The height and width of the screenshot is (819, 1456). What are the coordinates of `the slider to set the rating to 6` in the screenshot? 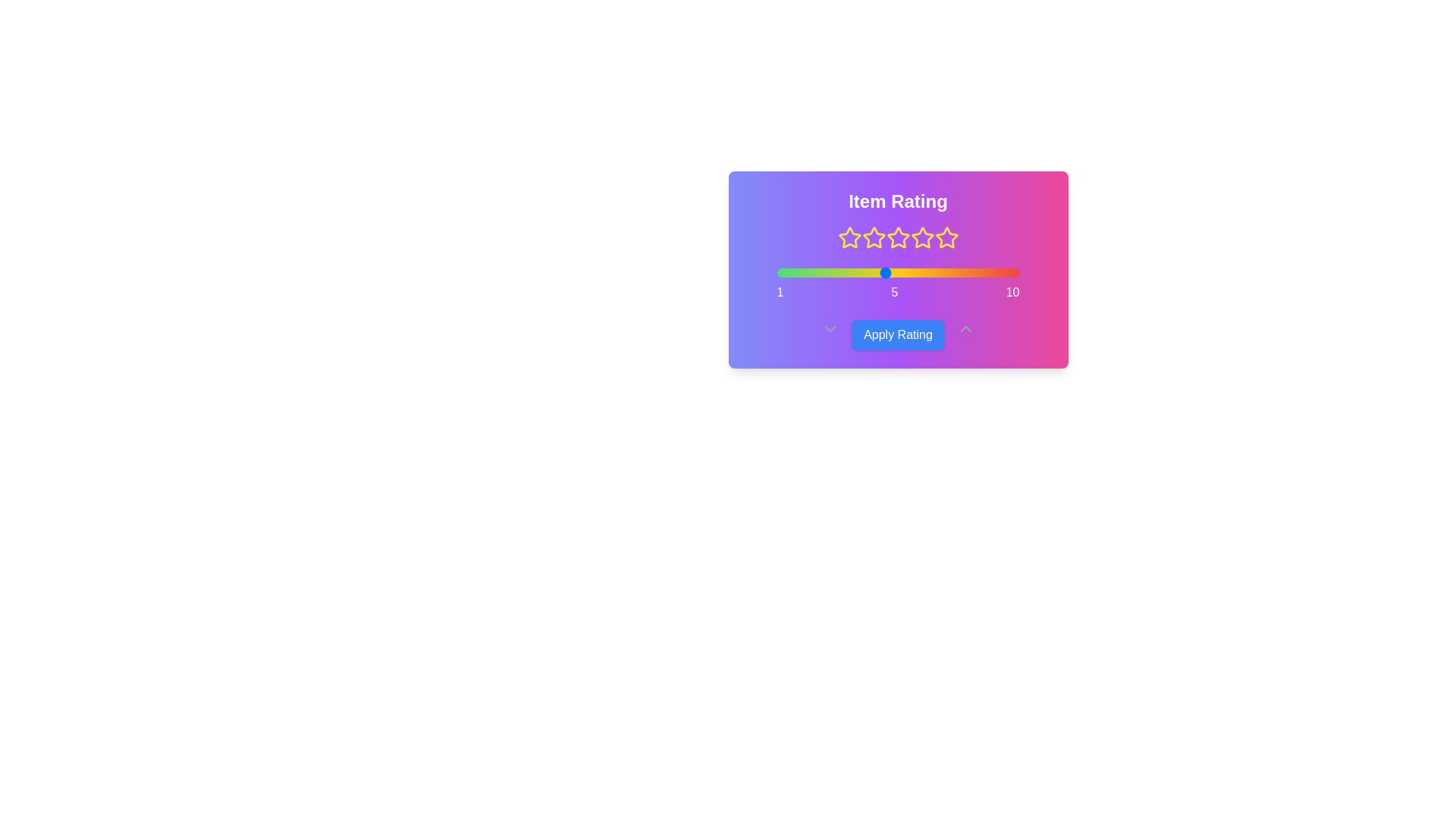 It's located at (911, 271).